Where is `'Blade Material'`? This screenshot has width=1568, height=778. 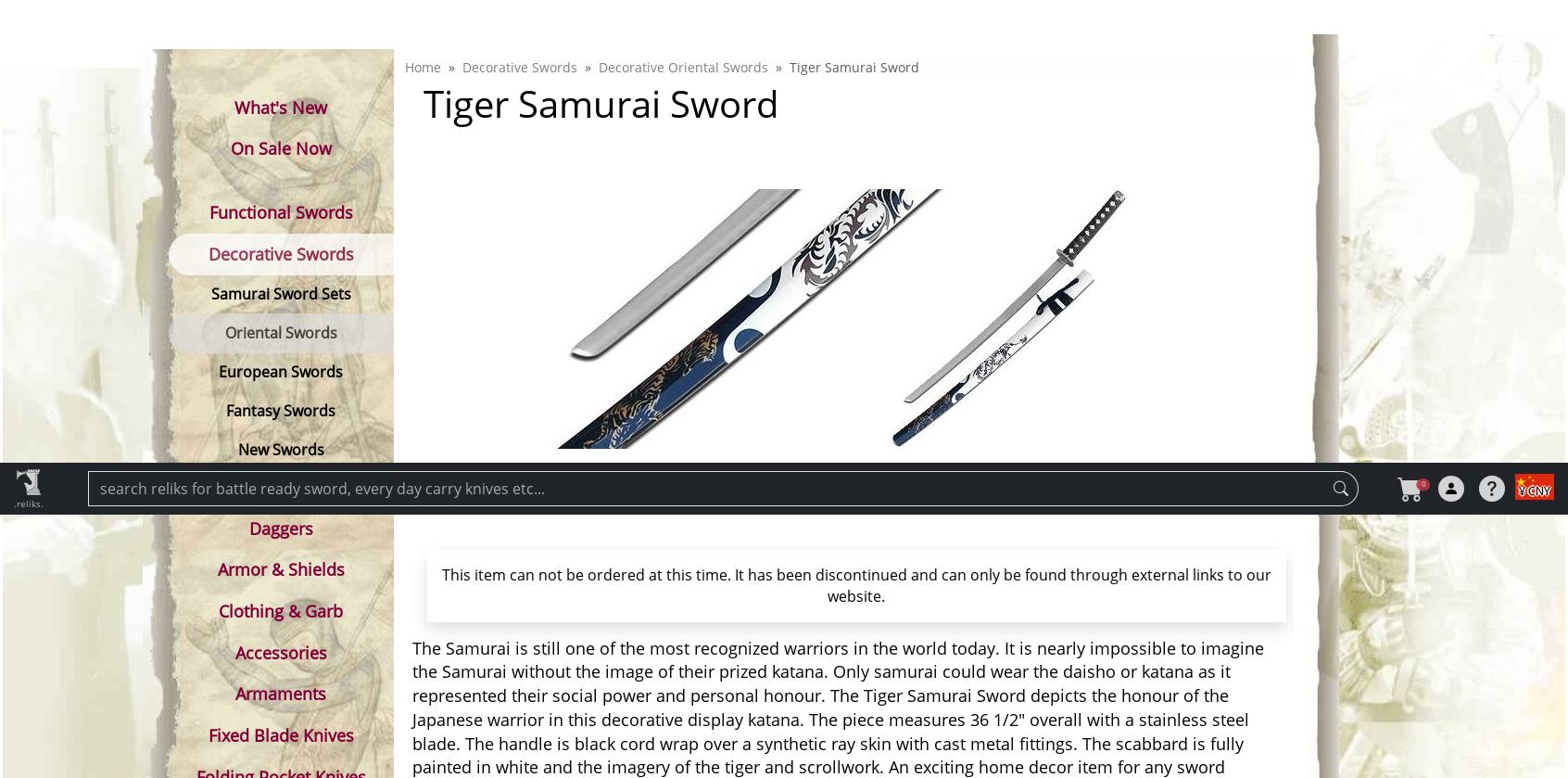
'Blade Material' is located at coordinates (417, 752).